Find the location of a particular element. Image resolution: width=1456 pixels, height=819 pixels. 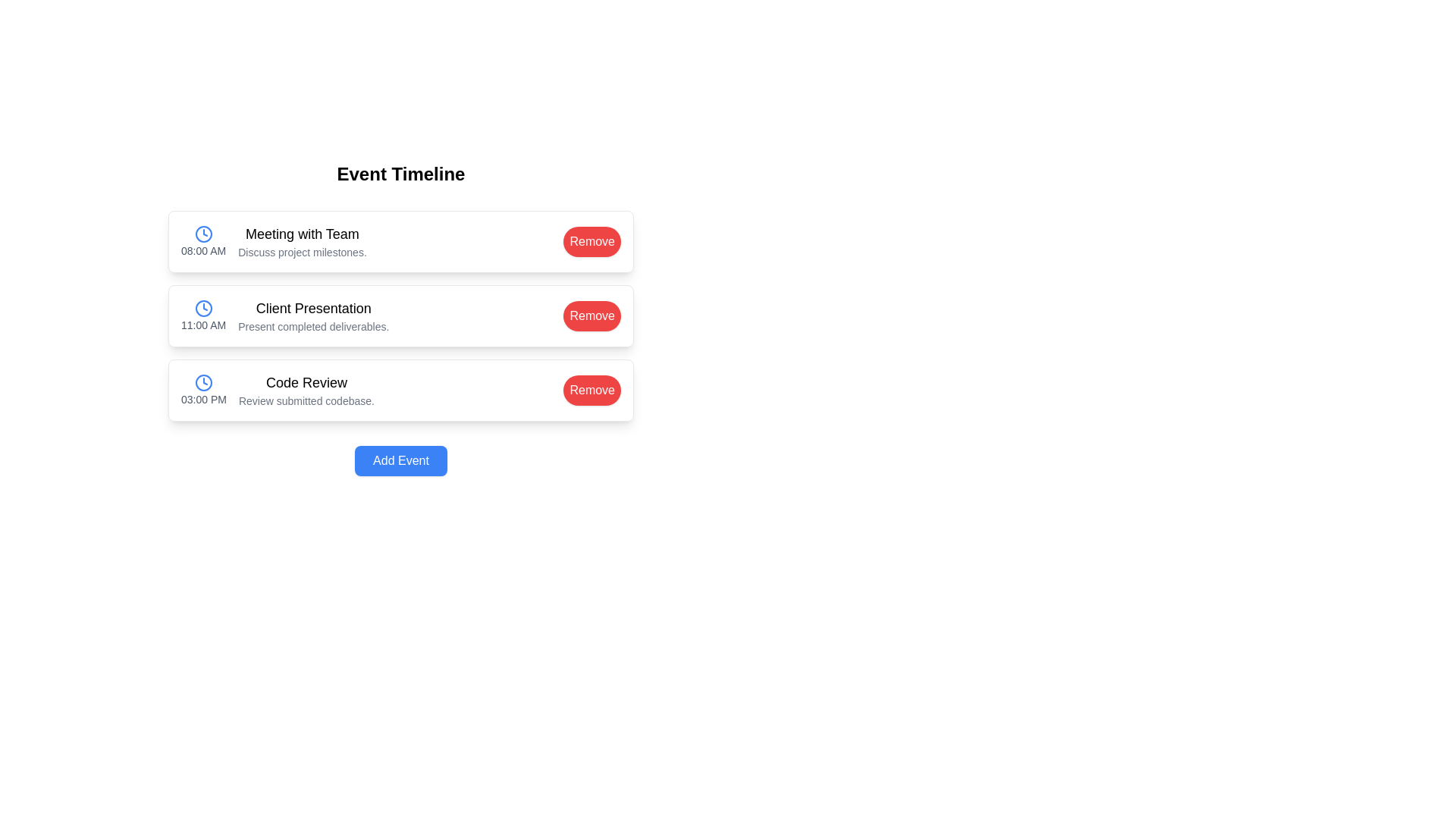

the Time display for the 'Client Presentation' event, which is the leftmost item in the second row of the event list, positioned to the left of the event title and description is located at coordinates (202, 315).